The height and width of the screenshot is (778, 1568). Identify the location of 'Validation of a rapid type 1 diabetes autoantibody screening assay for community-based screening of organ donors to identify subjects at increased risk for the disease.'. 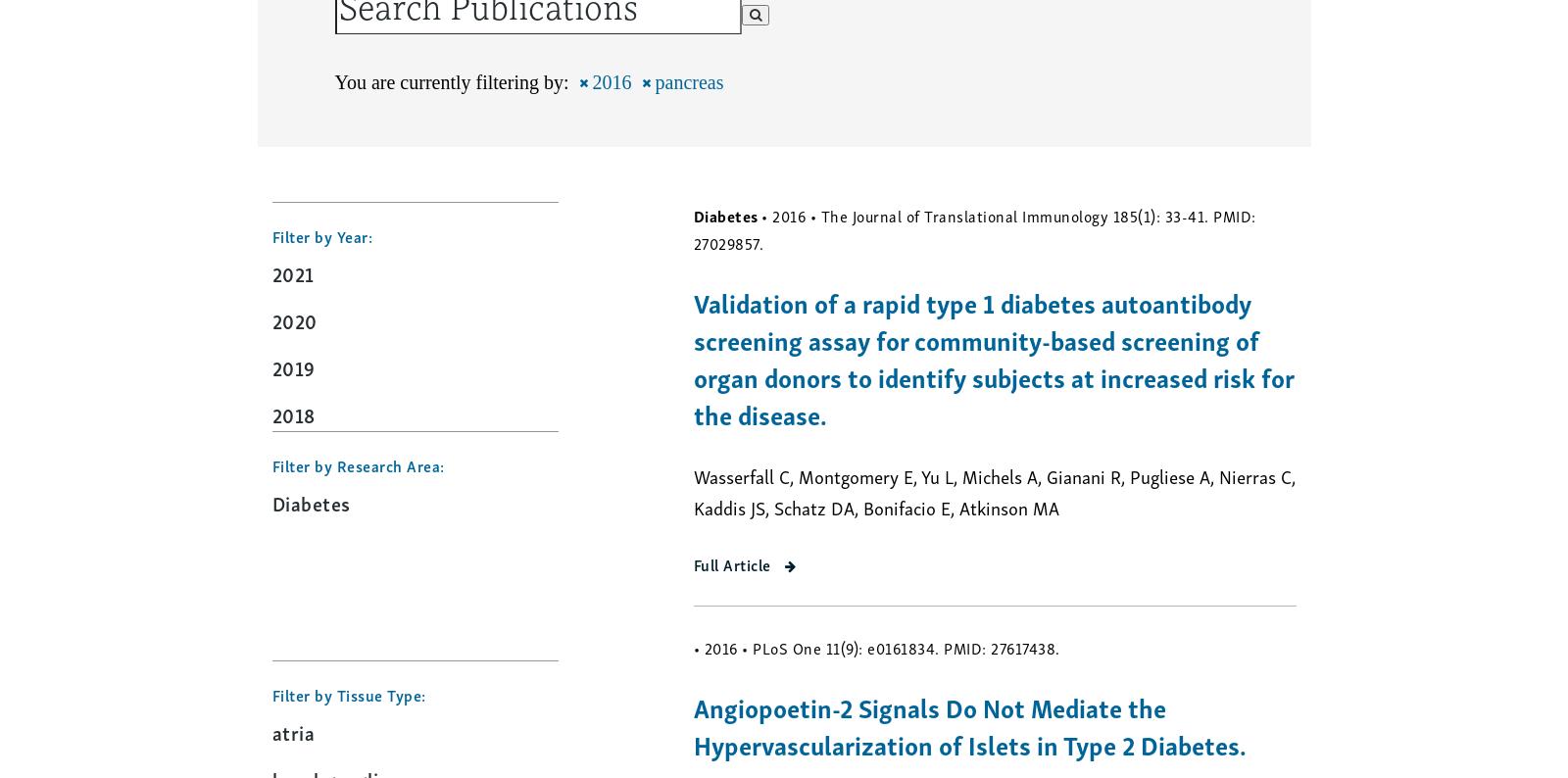
(693, 357).